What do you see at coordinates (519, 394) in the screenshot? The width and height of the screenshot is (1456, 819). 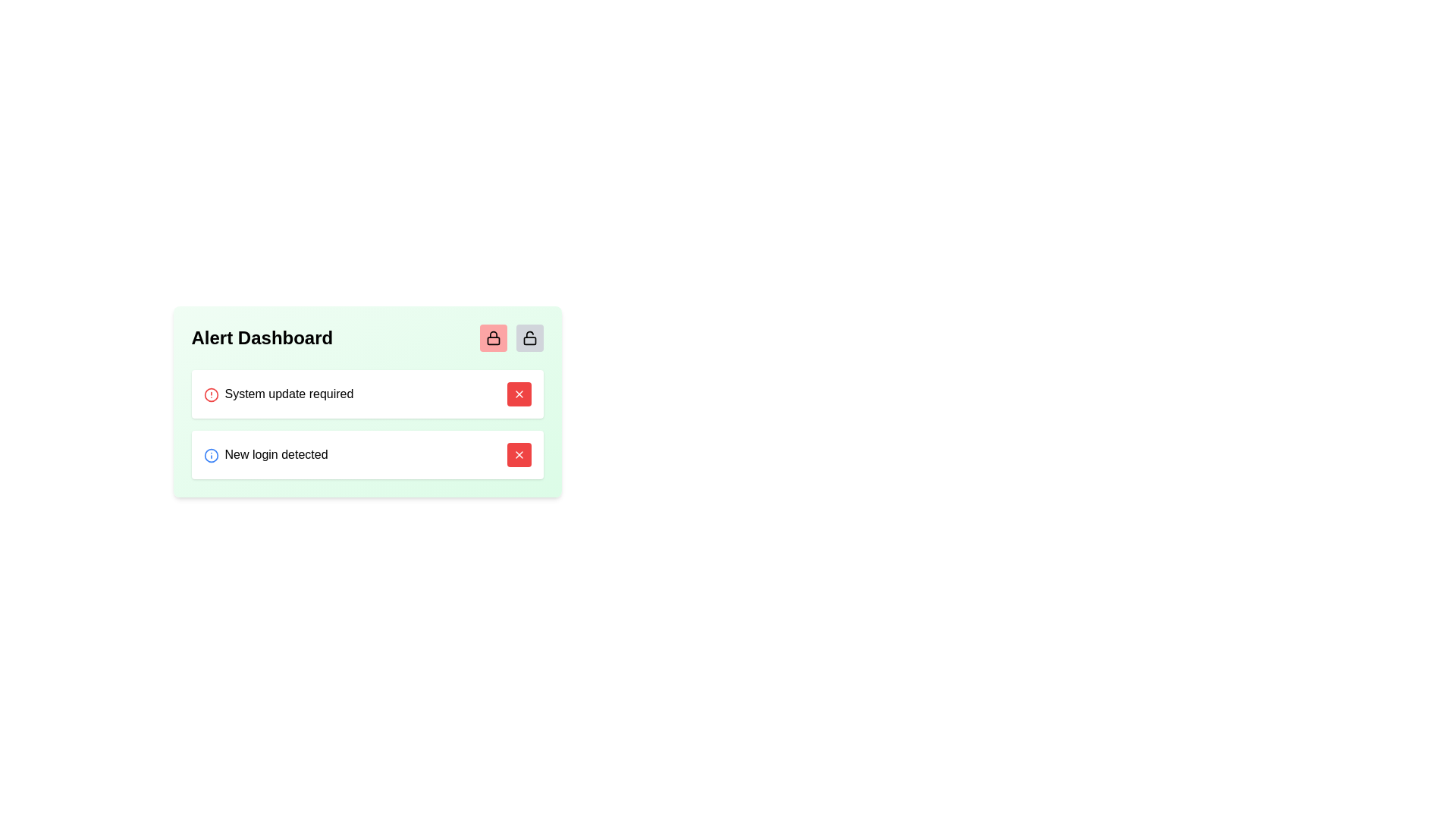 I see `the second red button in the alert dashboard` at bounding box center [519, 394].